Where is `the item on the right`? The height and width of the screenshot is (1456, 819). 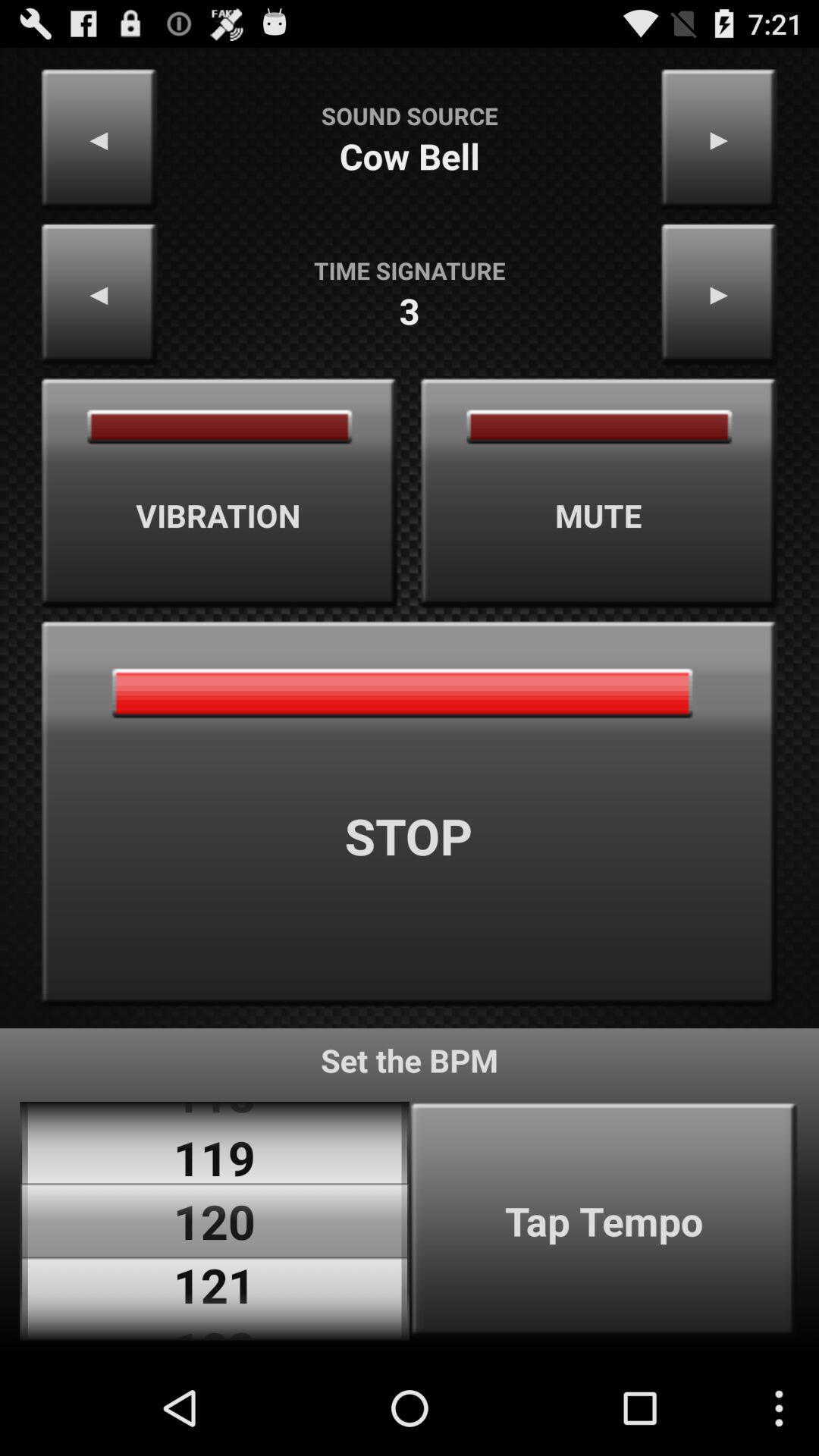
the item on the right is located at coordinates (598, 493).